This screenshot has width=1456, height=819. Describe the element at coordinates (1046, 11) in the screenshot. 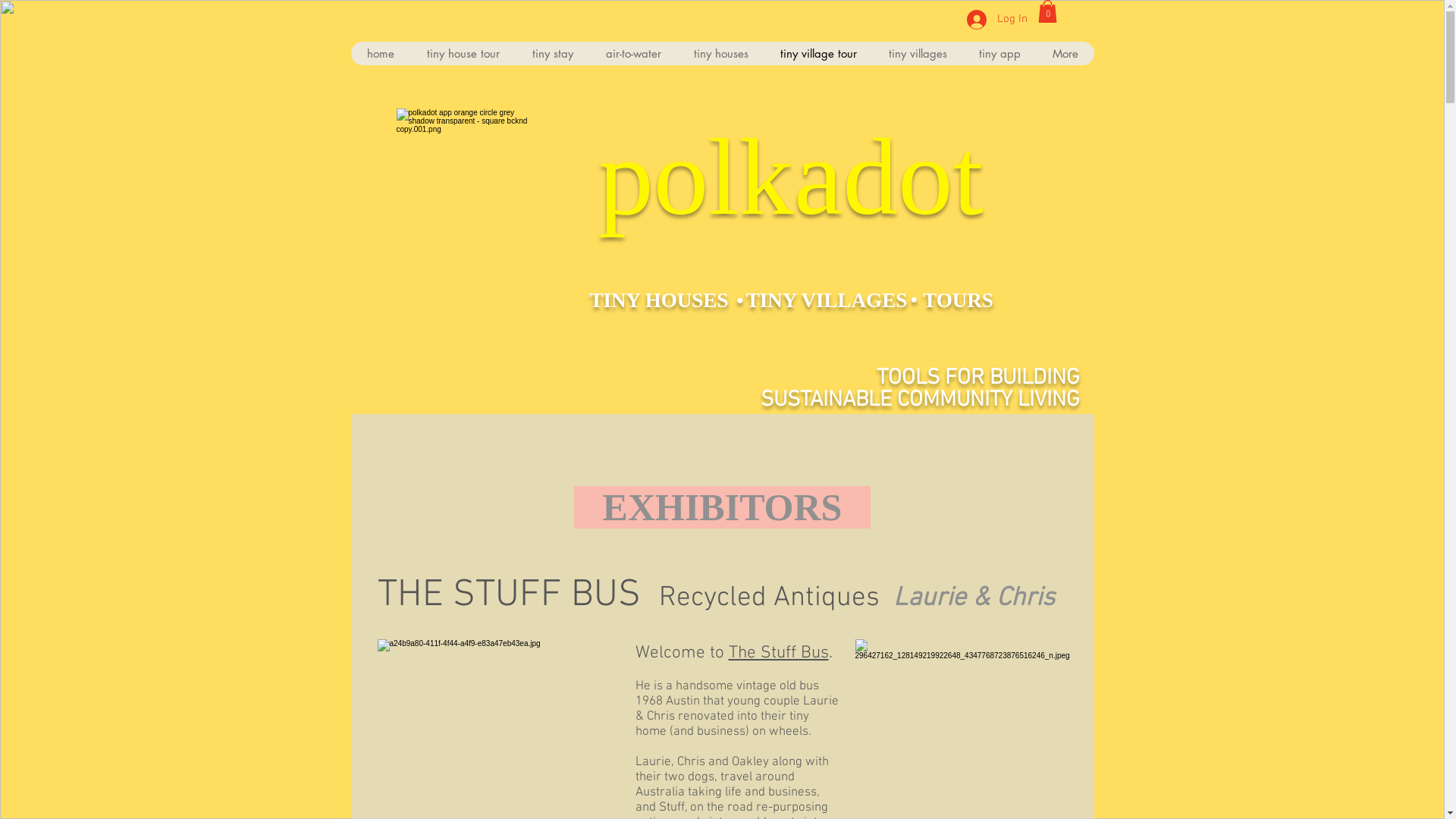

I see `'0'` at that location.